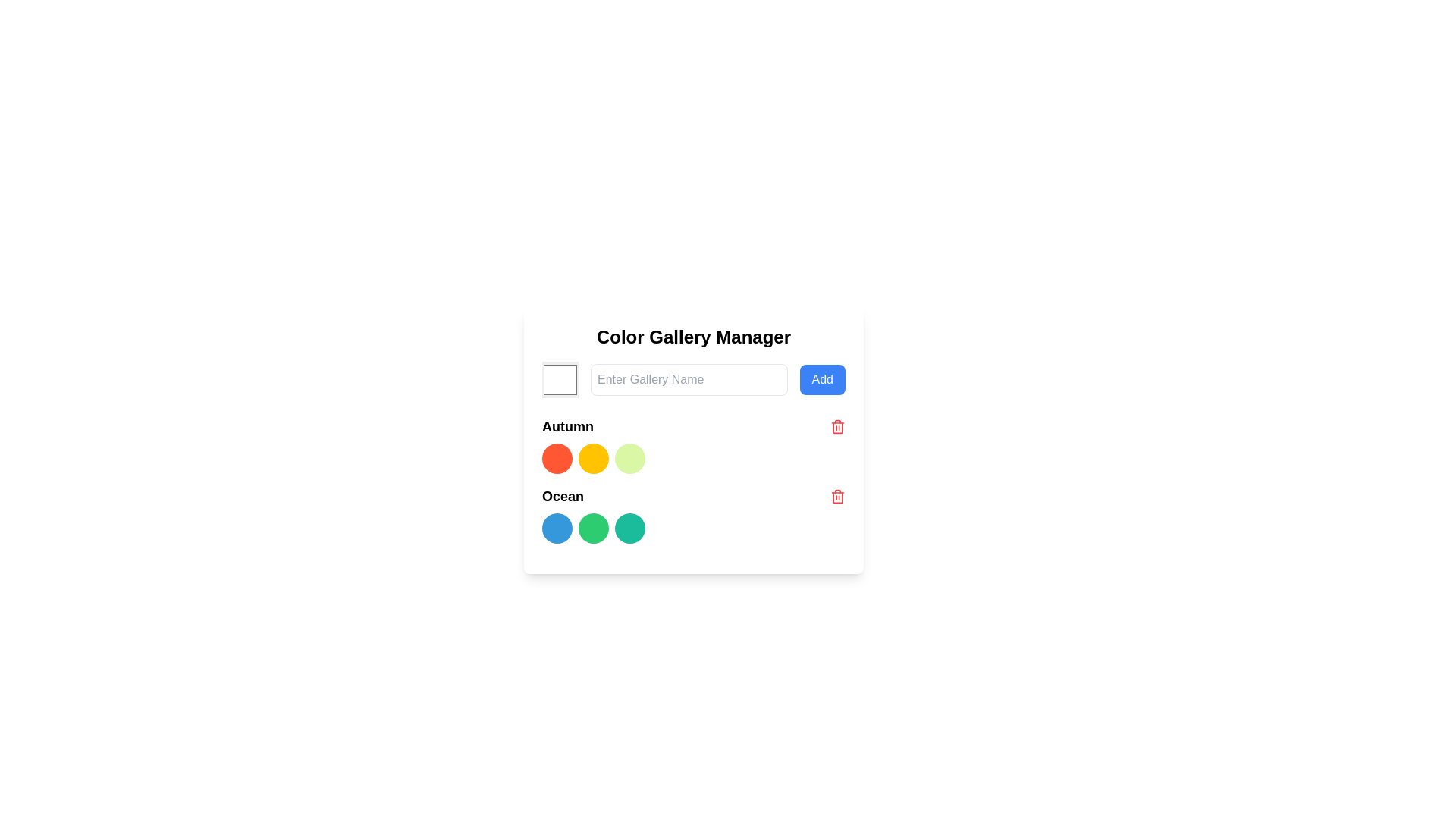 The width and height of the screenshot is (1456, 819). What do you see at coordinates (592, 528) in the screenshot?
I see `the second circular color option in the 'Ocean' section, which serves as a visual indicator and is positioned between a blue and a turquoise component` at bounding box center [592, 528].